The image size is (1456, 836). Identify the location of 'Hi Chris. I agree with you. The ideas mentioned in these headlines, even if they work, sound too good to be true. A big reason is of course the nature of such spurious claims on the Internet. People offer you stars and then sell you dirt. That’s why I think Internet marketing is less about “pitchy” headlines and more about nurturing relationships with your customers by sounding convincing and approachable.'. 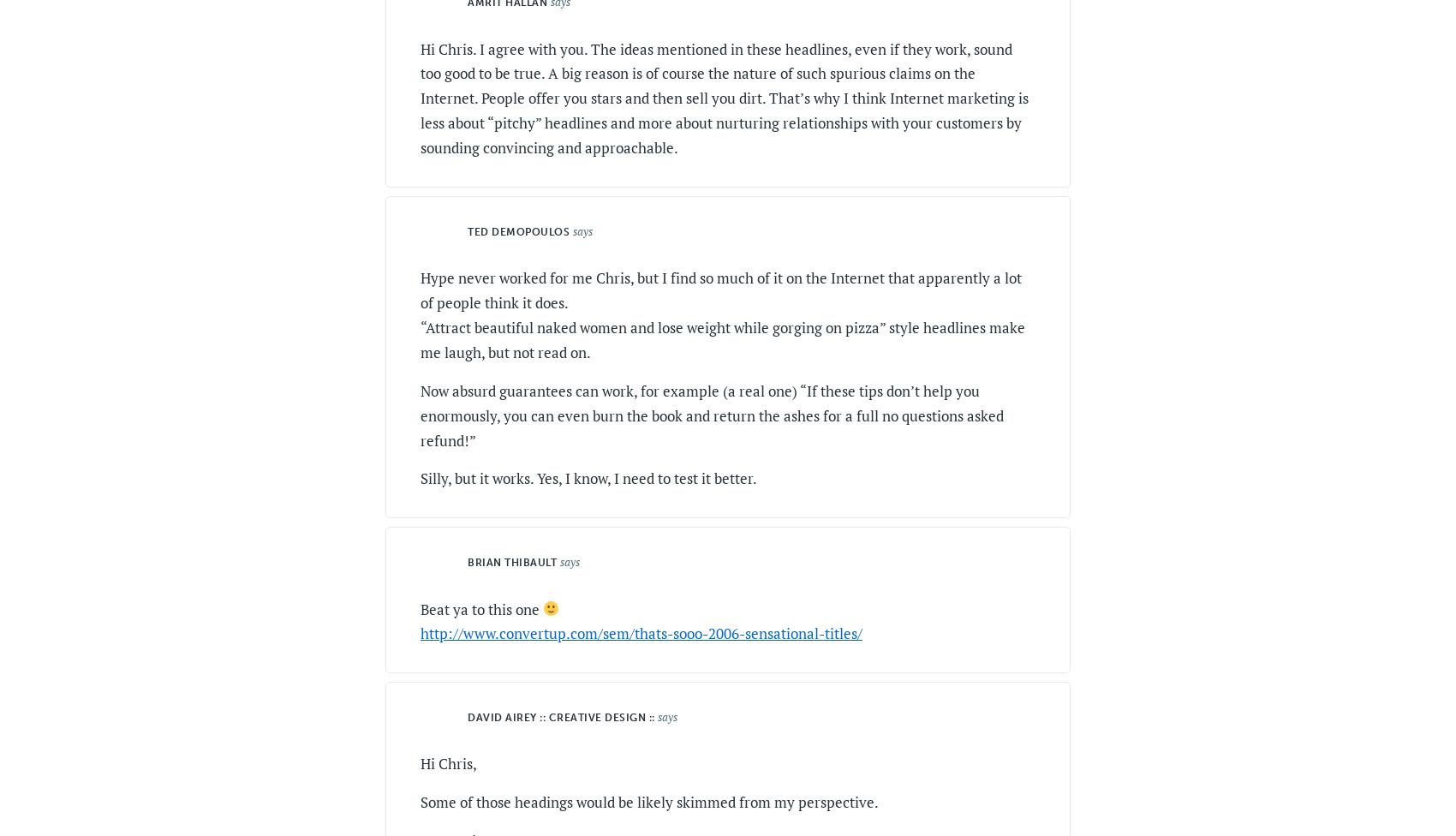
(723, 98).